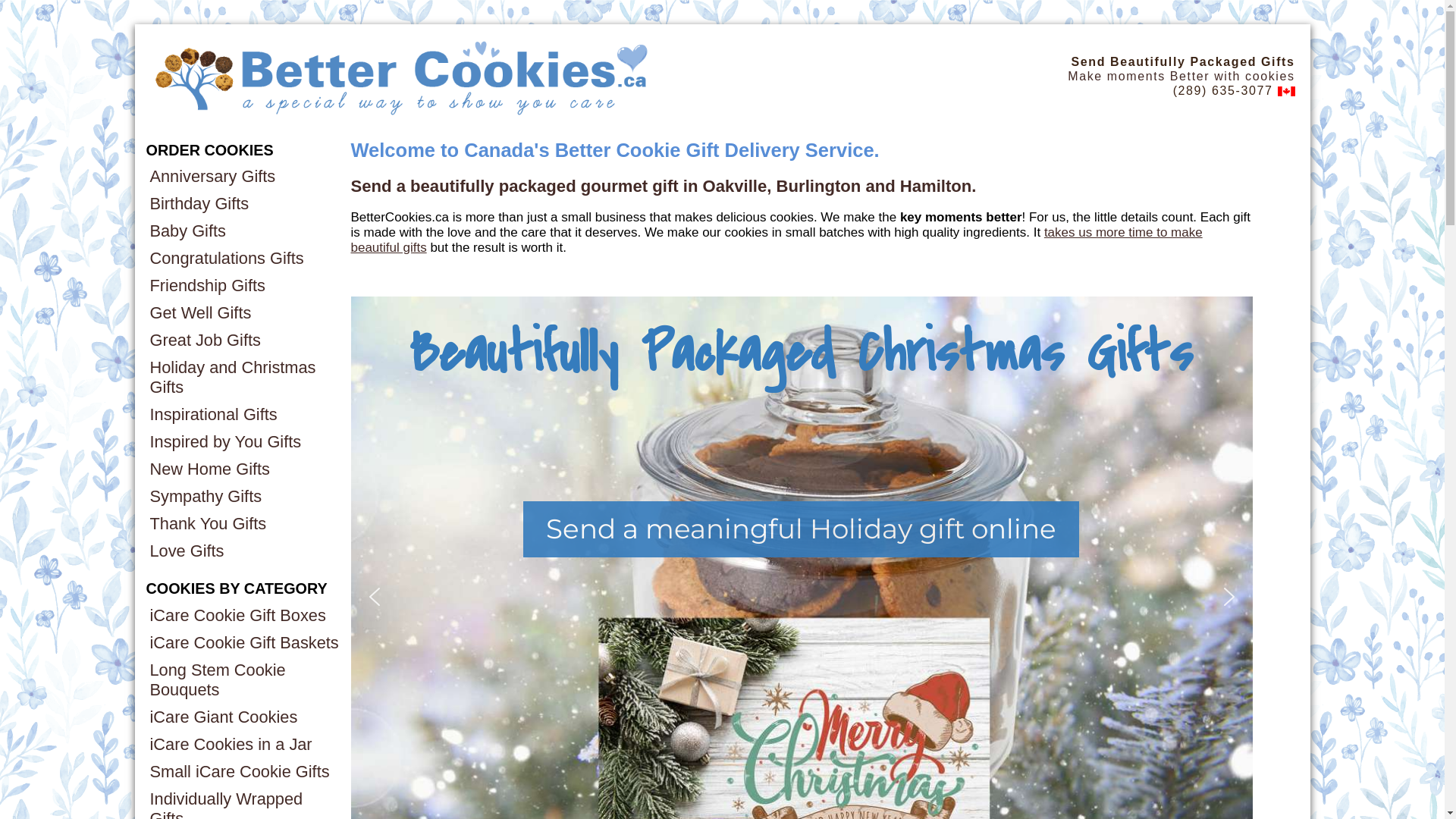  Describe the element at coordinates (243, 679) in the screenshot. I see `'Long Stem Cookie Bouquets'` at that location.